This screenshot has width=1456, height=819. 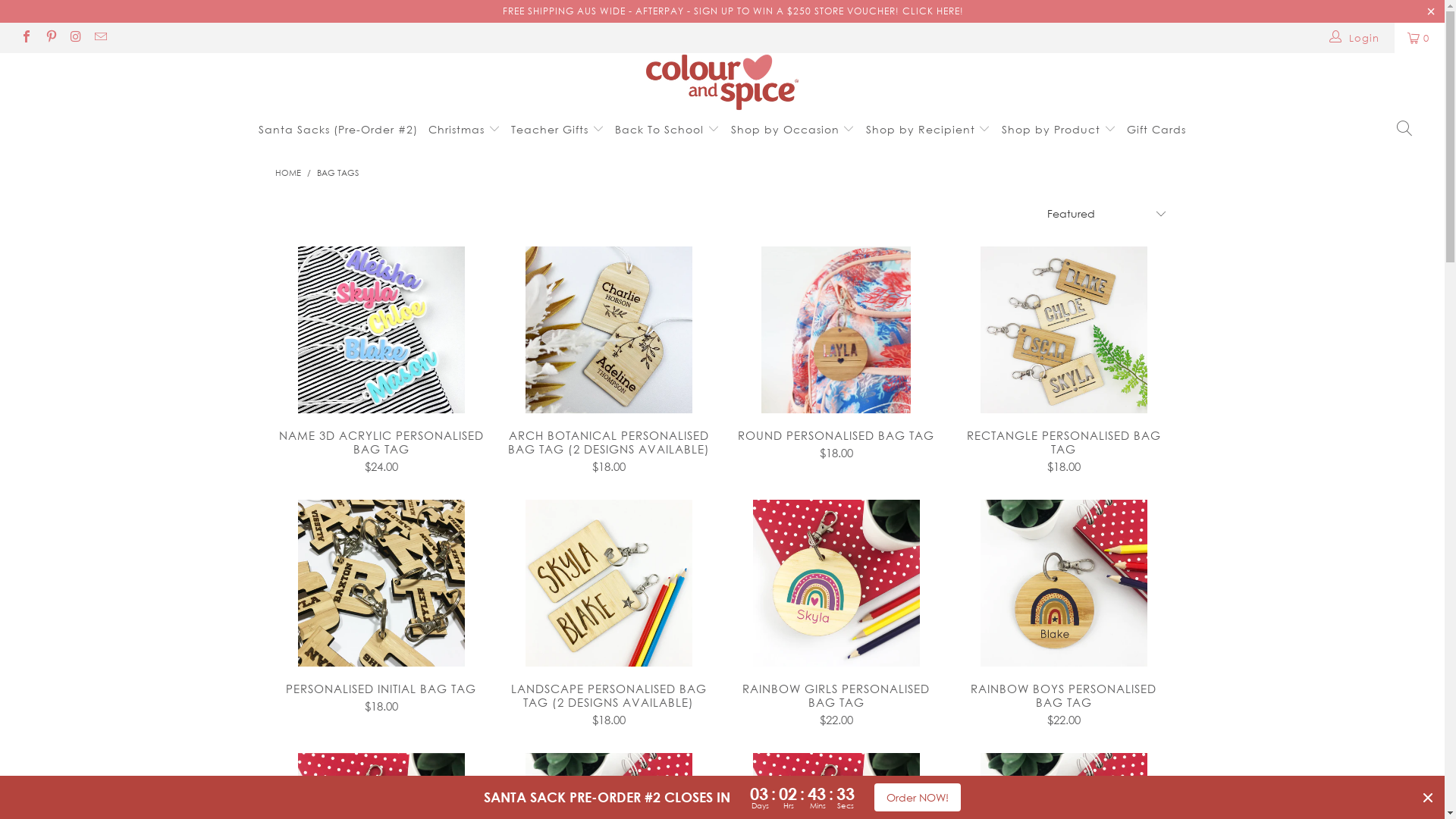 I want to click on 'Colour and Spice Pty Ltd on Pinterest', so click(x=50, y=37).